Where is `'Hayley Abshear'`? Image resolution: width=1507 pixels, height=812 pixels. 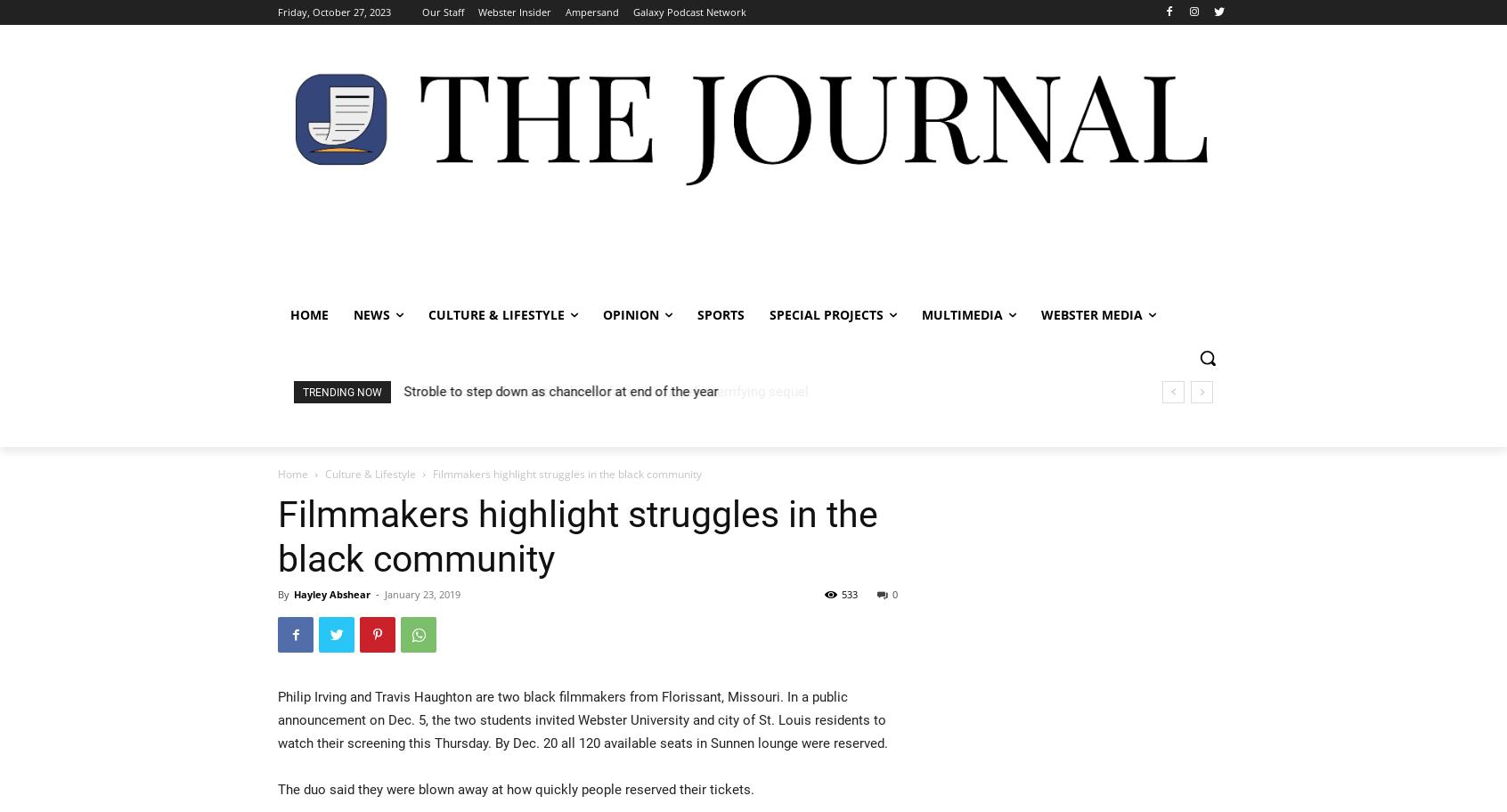
'Hayley Abshear' is located at coordinates (331, 593).